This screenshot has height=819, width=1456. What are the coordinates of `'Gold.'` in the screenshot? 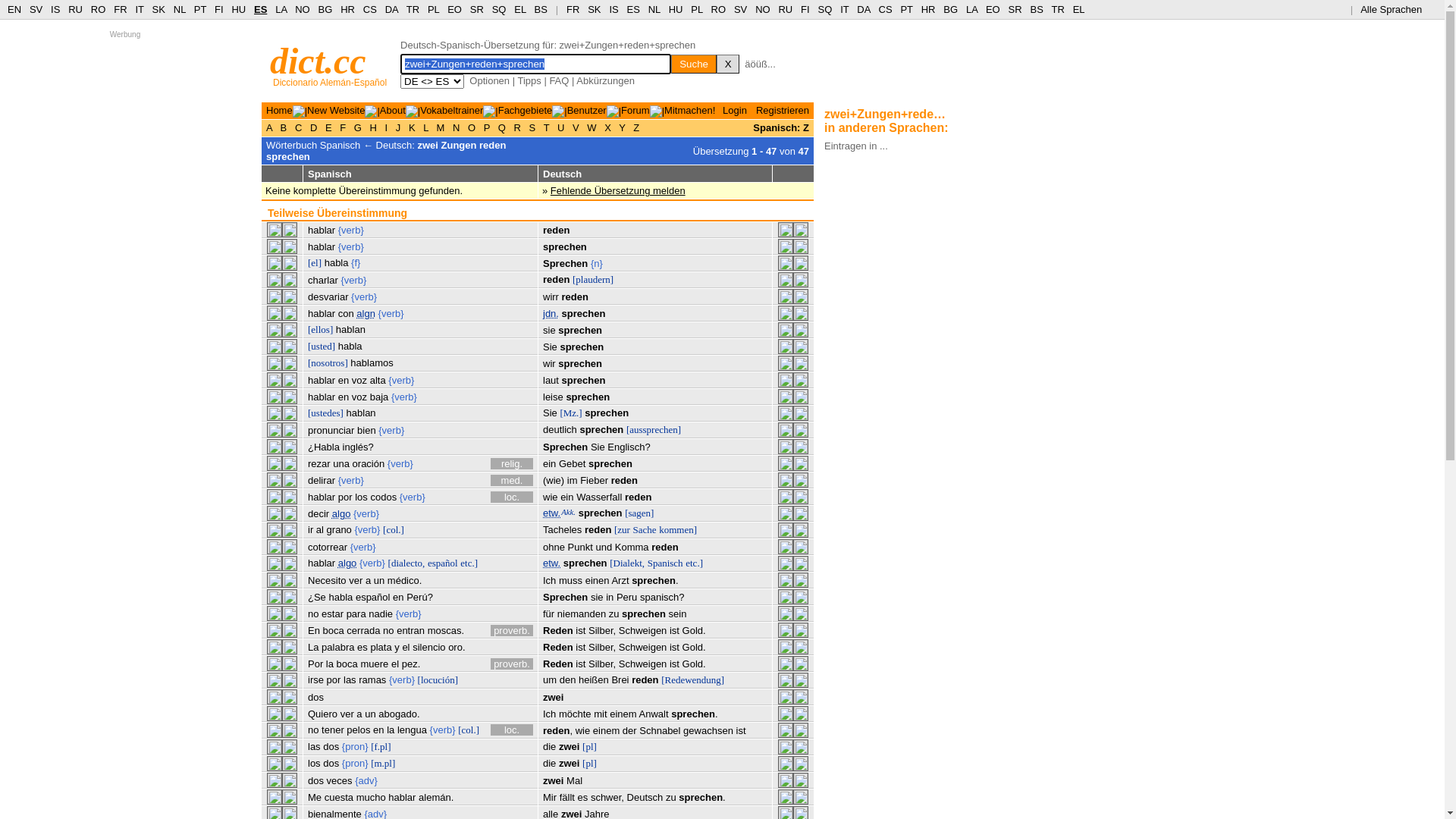 It's located at (693, 663).